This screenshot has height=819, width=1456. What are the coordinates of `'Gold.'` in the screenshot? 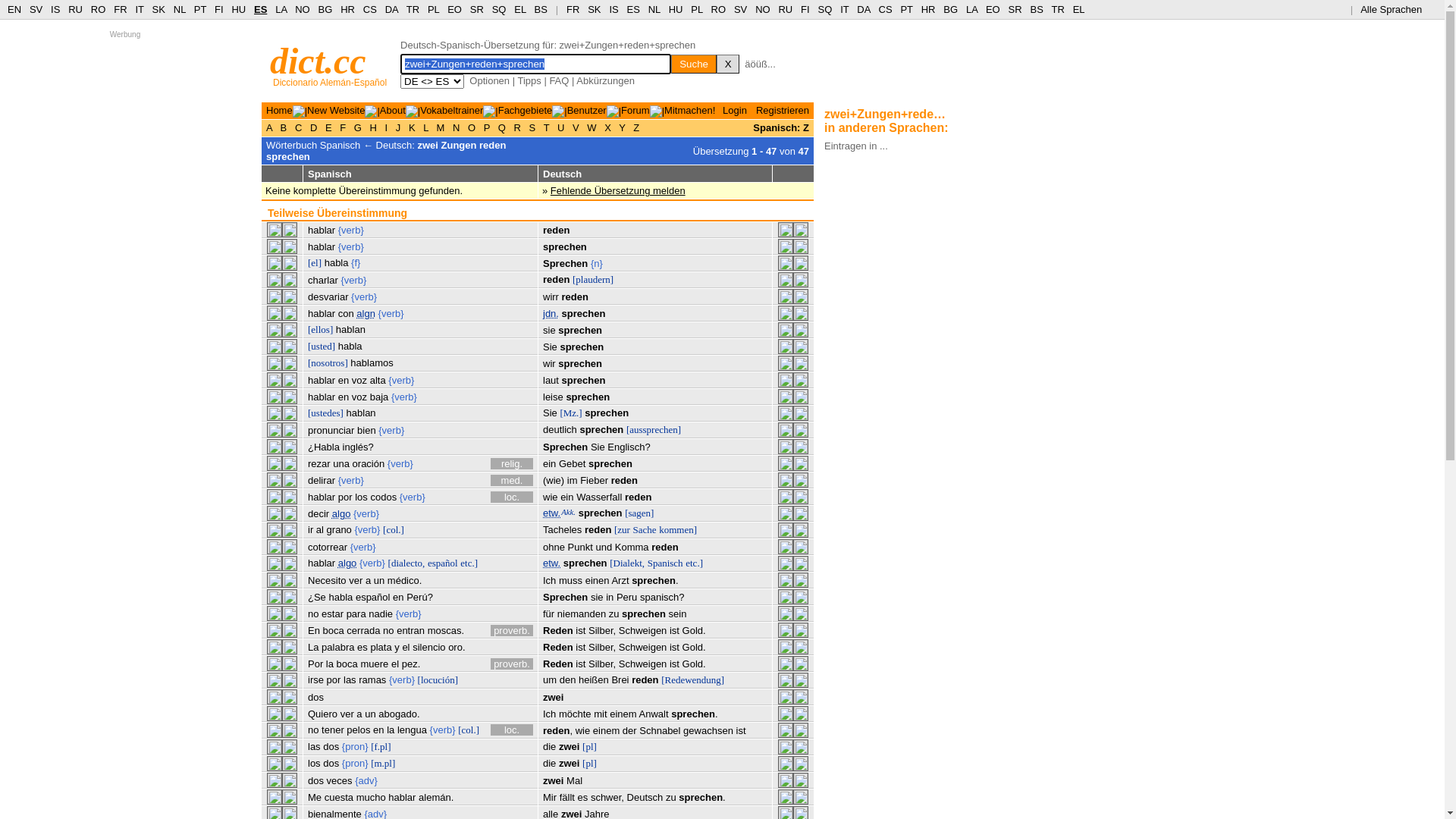 It's located at (693, 663).